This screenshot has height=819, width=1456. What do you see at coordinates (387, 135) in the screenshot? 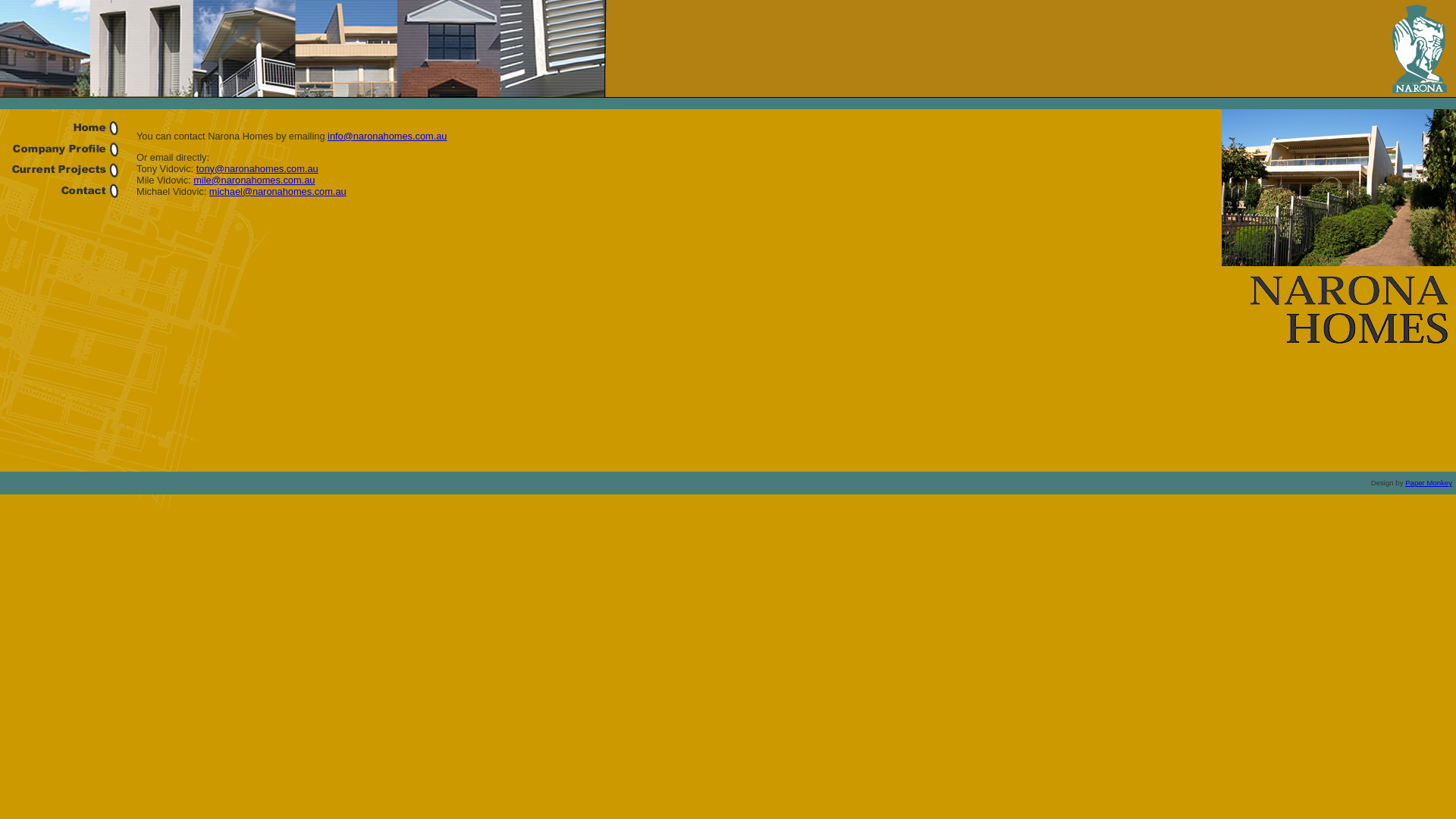
I see `'info@naronahomes.com.au'` at bounding box center [387, 135].